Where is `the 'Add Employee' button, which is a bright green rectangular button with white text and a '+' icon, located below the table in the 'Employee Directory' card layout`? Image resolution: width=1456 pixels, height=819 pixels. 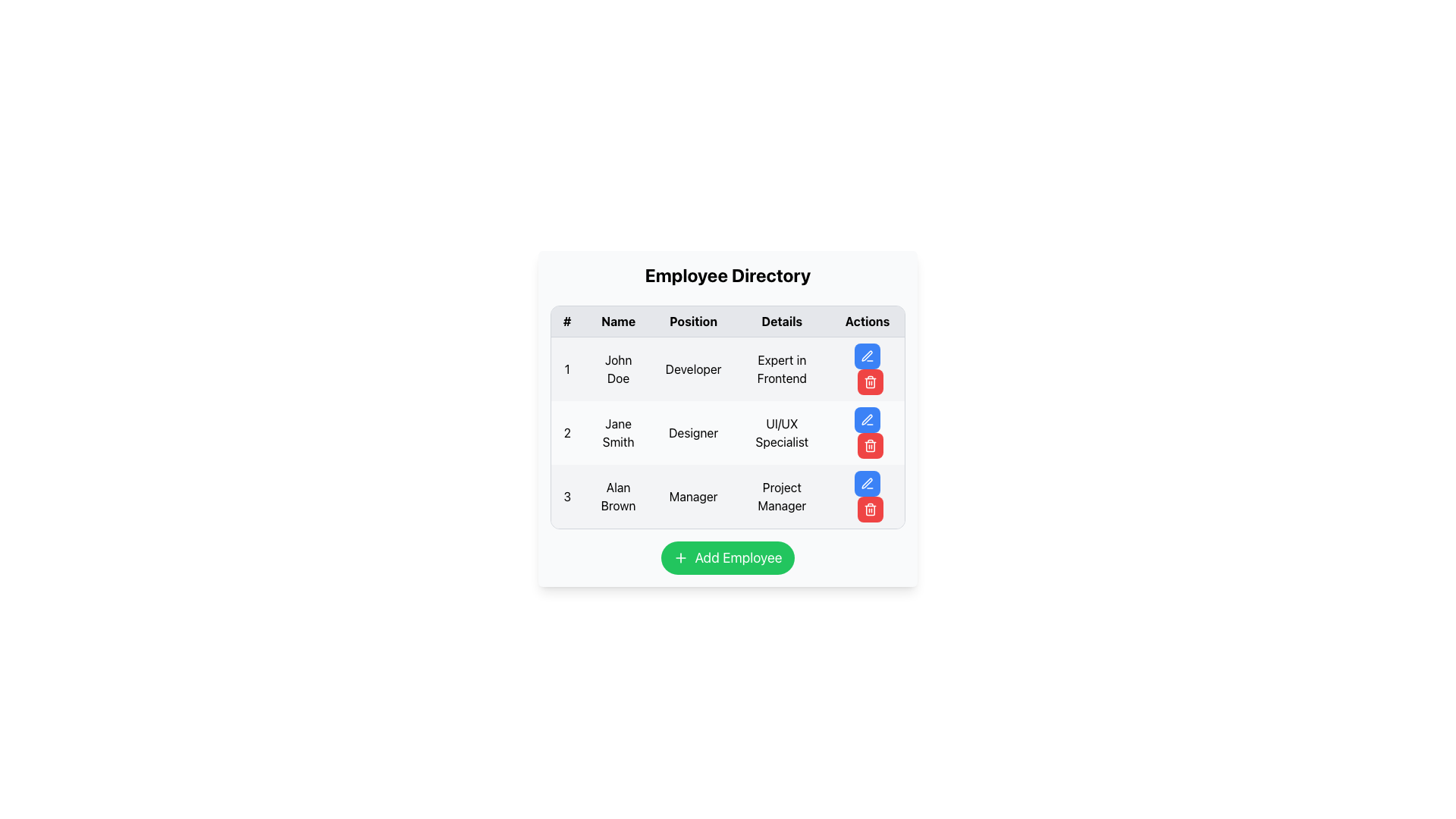
the 'Add Employee' button, which is a bright green rectangular button with white text and a '+' icon, located below the table in the 'Employee Directory' card layout is located at coordinates (728, 558).